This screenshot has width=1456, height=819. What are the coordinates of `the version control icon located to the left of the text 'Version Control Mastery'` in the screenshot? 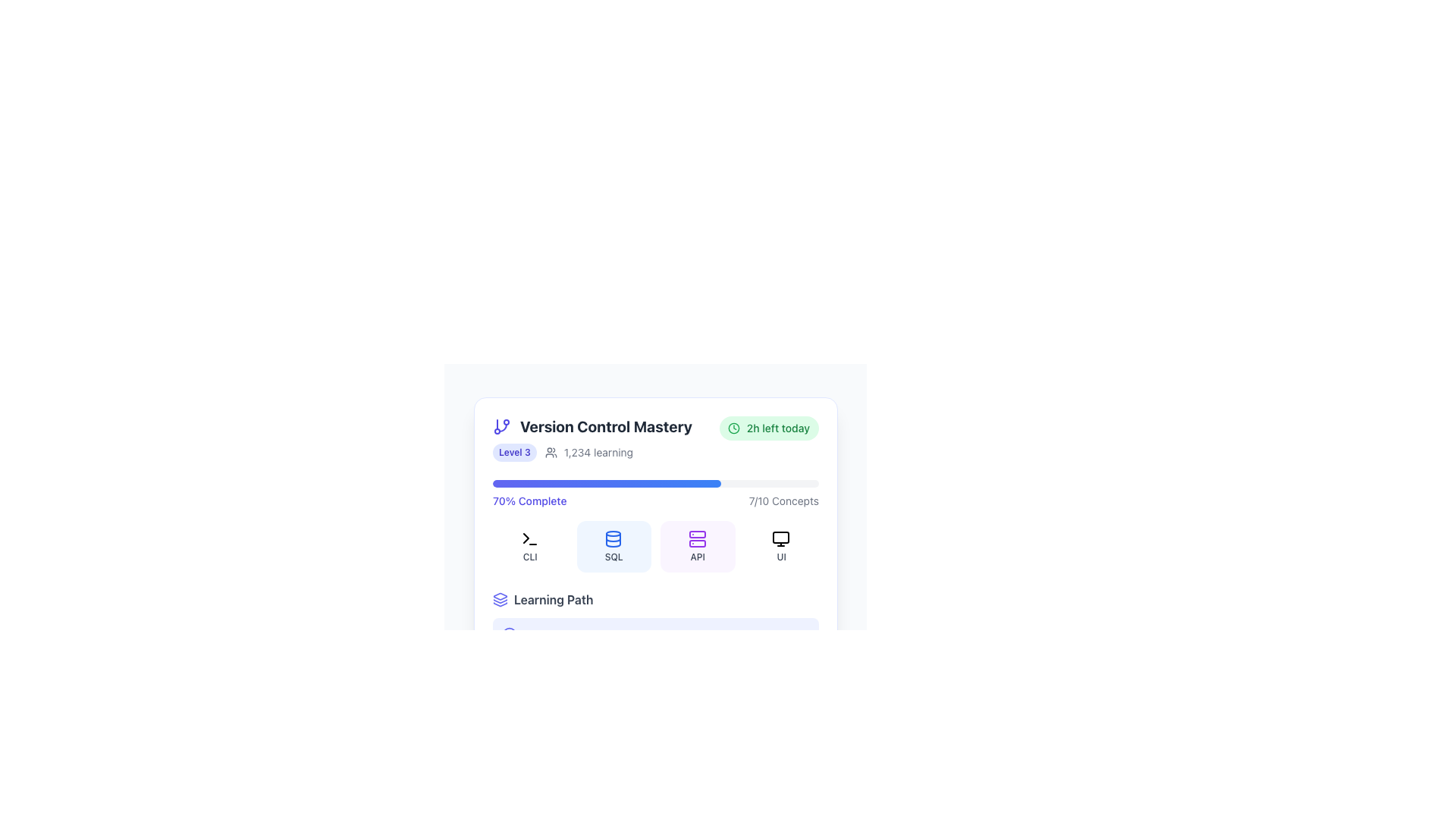 It's located at (501, 427).